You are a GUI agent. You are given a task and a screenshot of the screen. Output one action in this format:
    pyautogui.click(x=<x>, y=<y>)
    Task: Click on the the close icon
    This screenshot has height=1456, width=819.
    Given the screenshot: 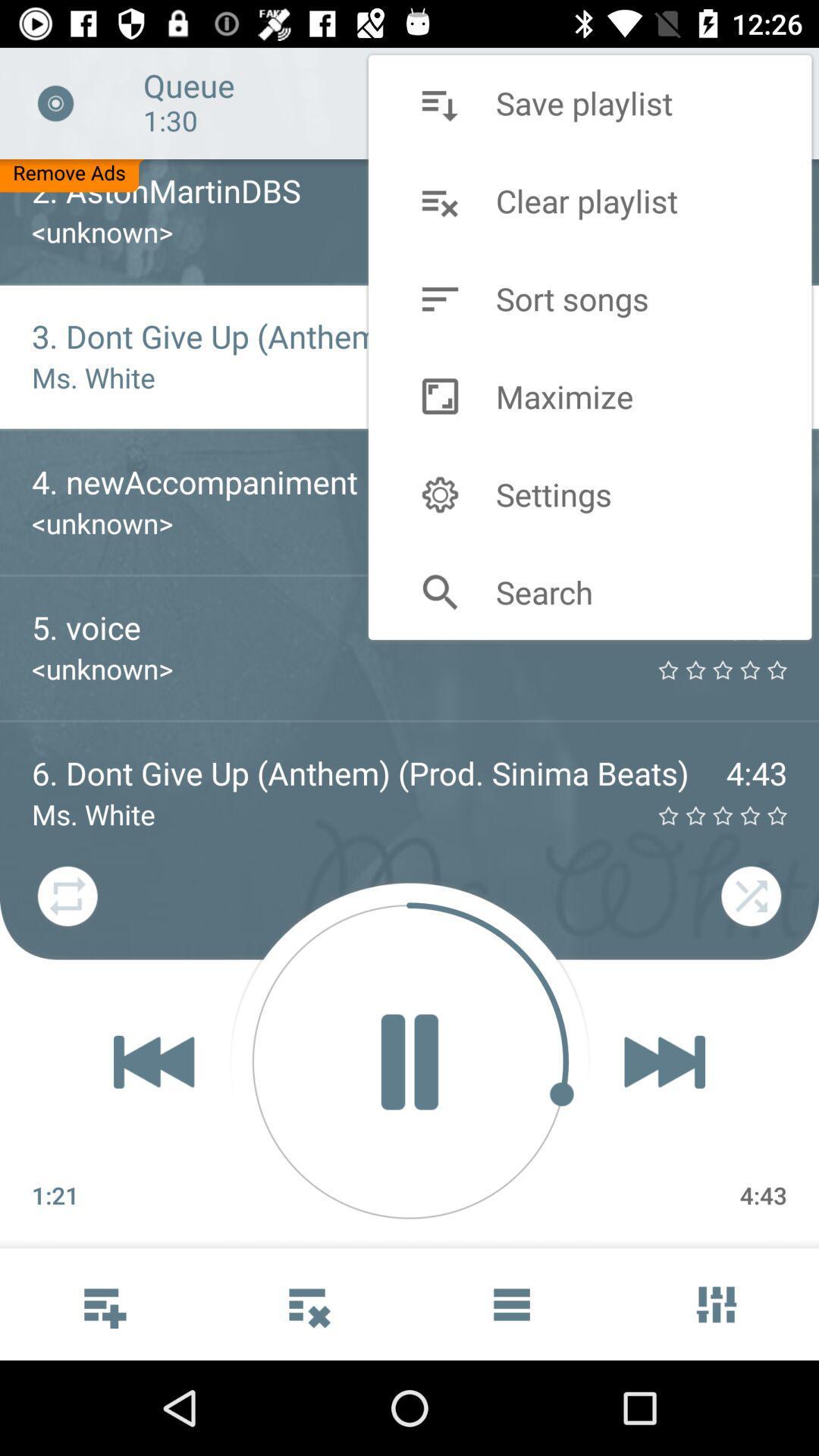 What is the action you would take?
    pyautogui.click(x=55, y=102)
    